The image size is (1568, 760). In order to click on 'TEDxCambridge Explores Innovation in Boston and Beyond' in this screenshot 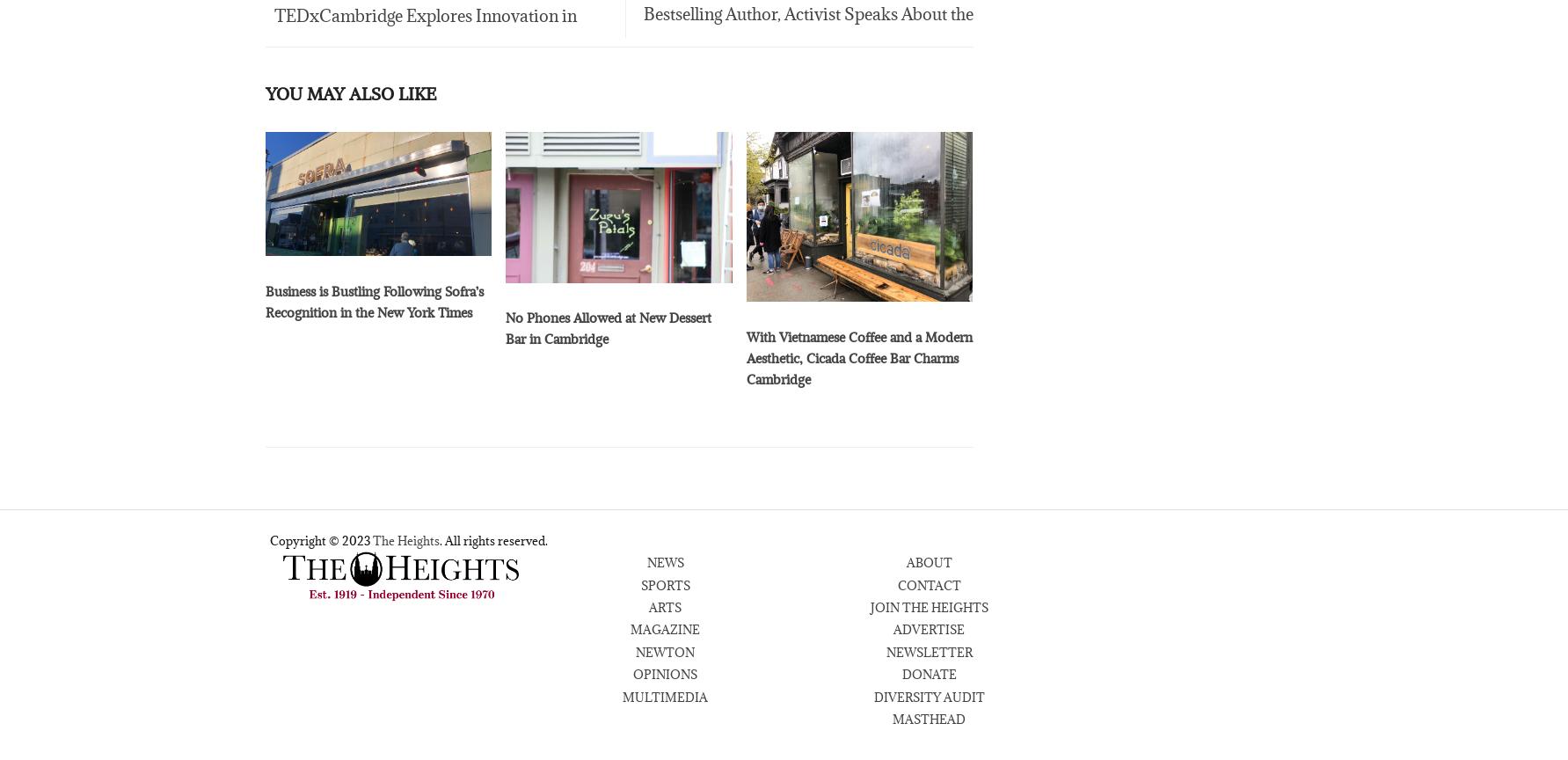, I will do `click(420, 41)`.